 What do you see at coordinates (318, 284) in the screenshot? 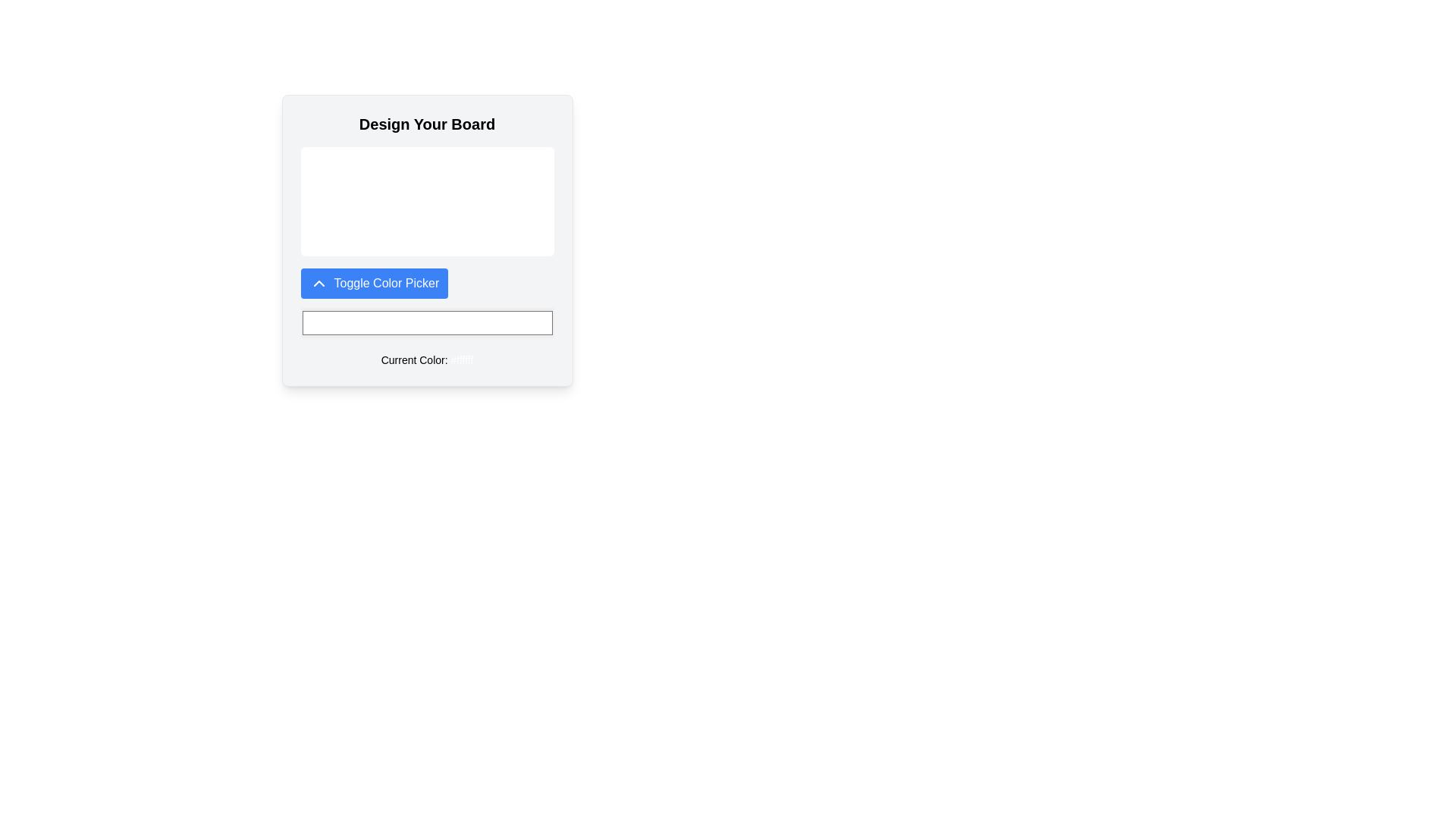
I see `the dropdown toggle icon located on the left side of the 'Toggle Color Picker' button to interact with the dropdown feature` at bounding box center [318, 284].